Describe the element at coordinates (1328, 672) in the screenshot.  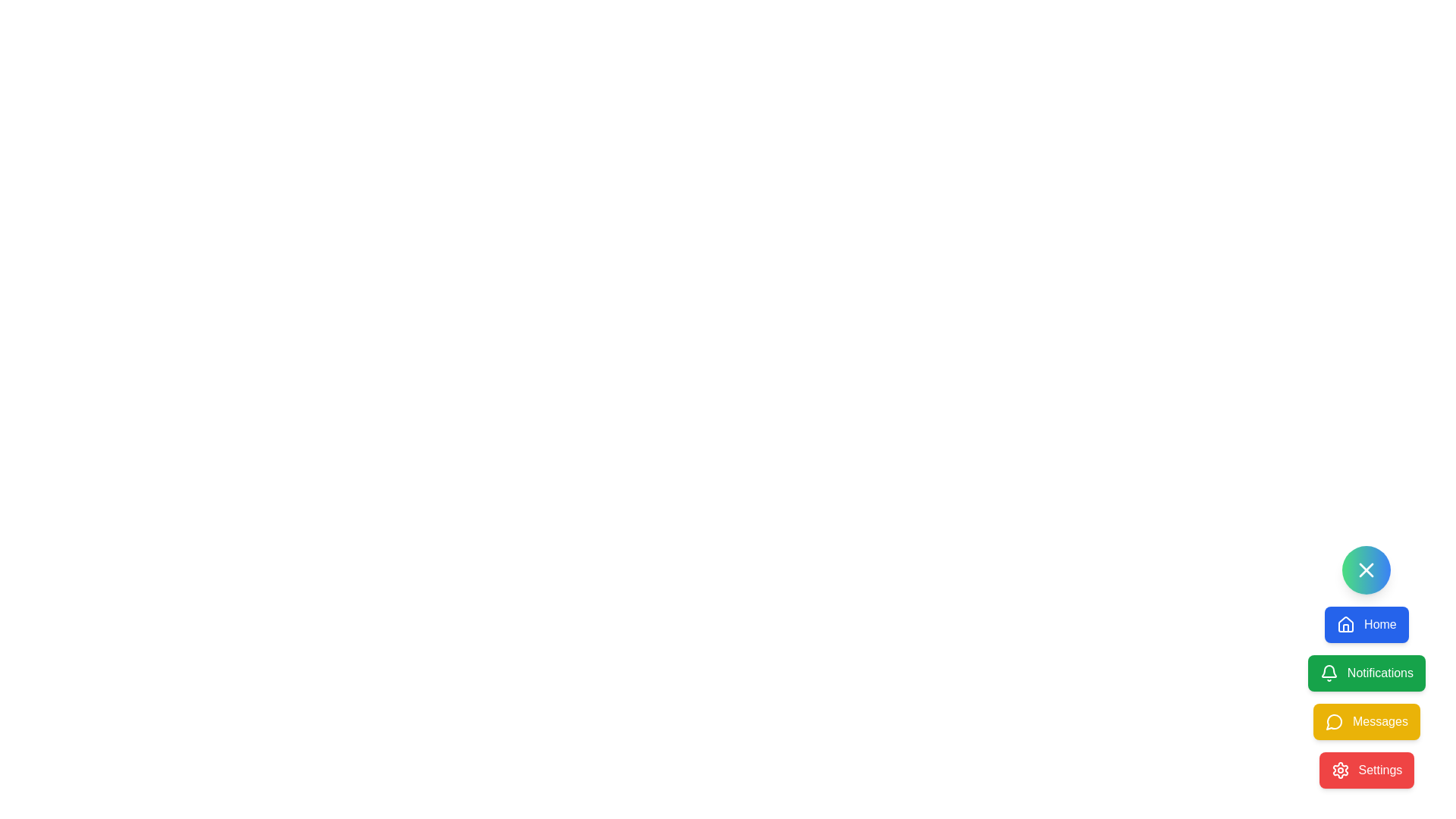
I see `the bell-shaped notification icon located within the 'Notifications' button on the right side of the interface to visually identify its function as a notification symbol` at that location.